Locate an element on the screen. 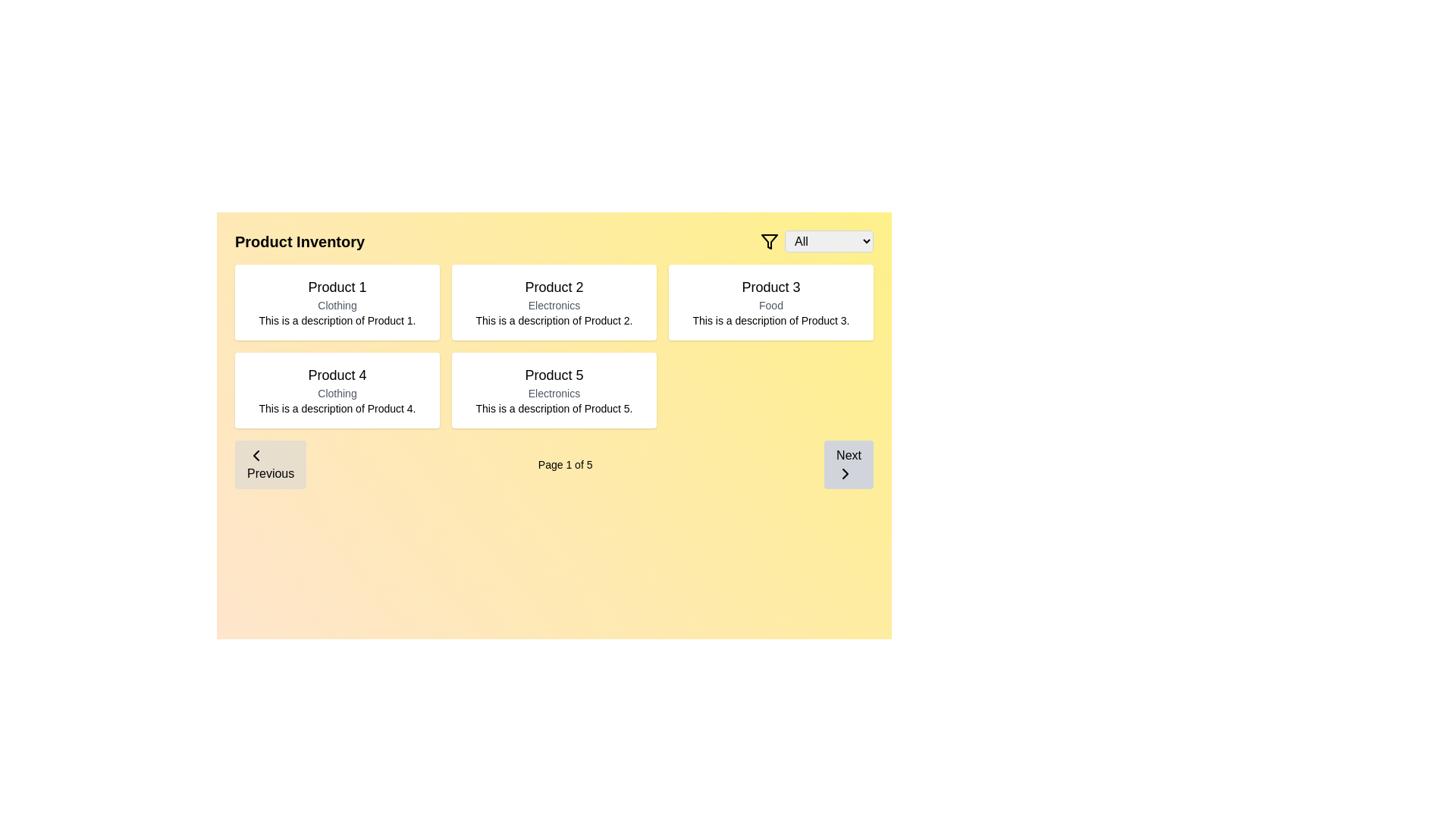 The width and height of the screenshot is (1456, 819). the text label 'Food' which is styled with a smaller font size and gray color, positioned underneath the 'Product 3' title is located at coordinates (771, 305).